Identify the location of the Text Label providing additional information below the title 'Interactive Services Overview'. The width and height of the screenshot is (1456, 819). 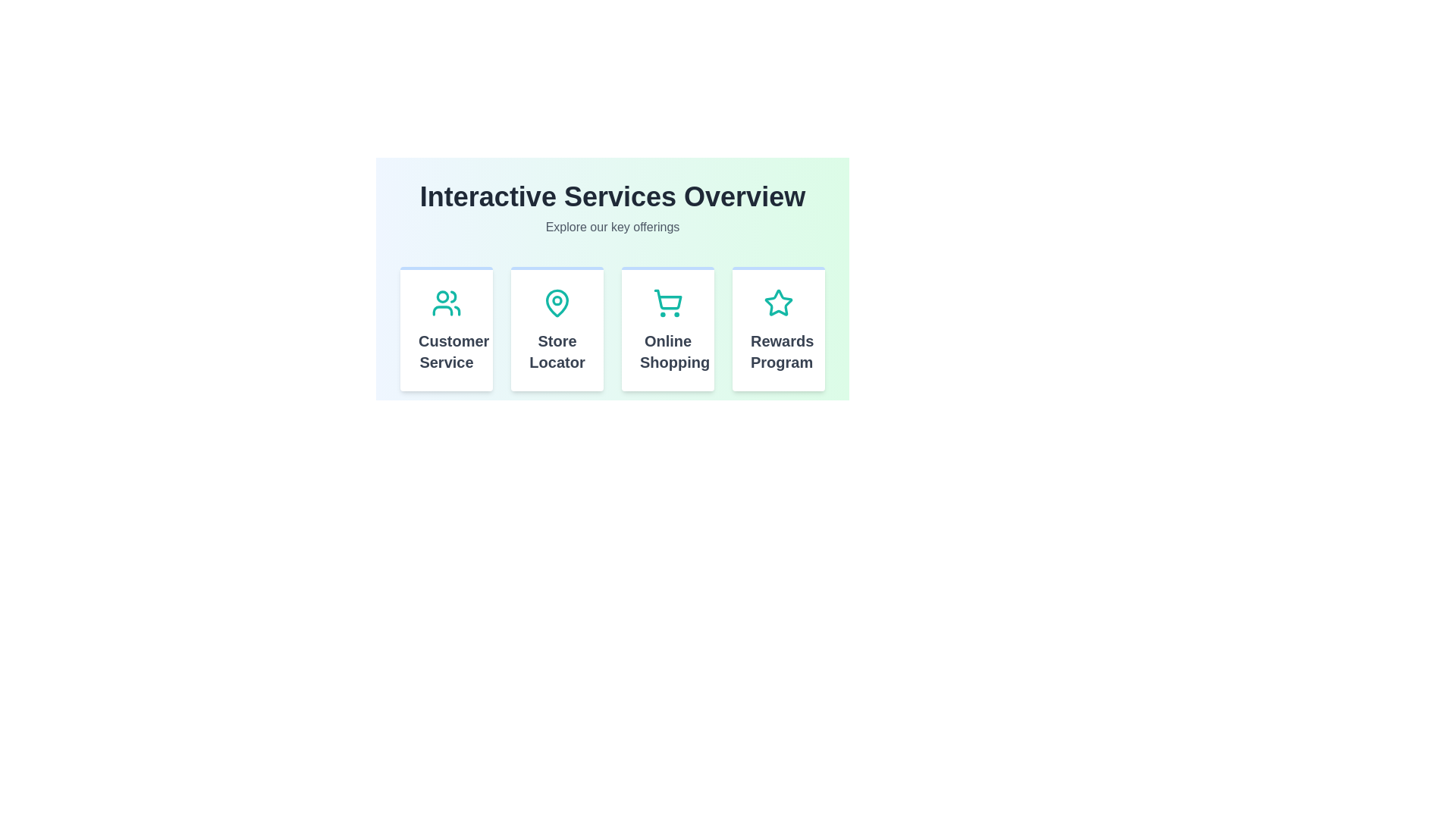
(612, 227).